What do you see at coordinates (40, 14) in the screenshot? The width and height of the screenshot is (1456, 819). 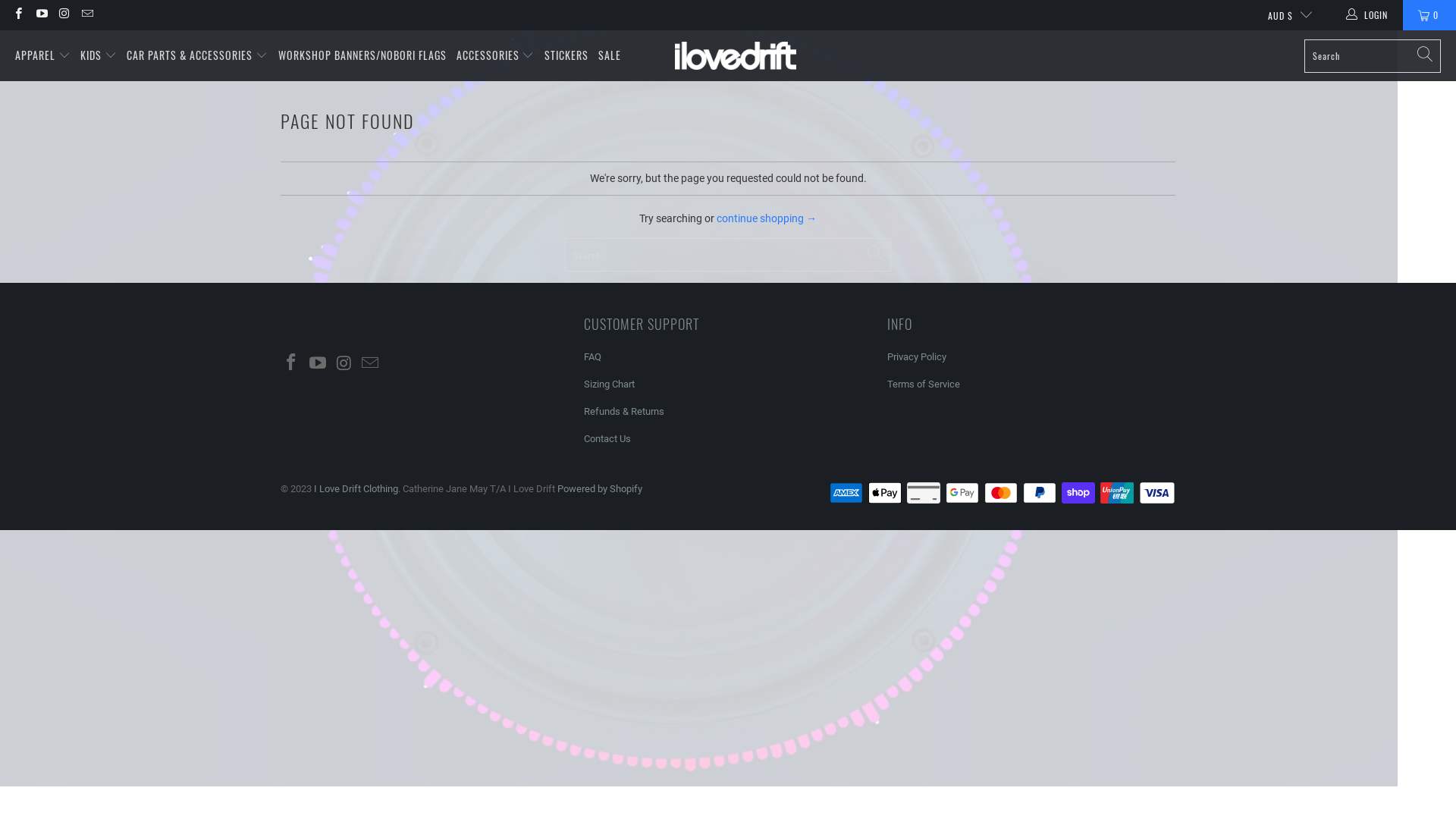 I see `'I Love Drift Clothing on YouTube'` at bounding box center [40, 14].